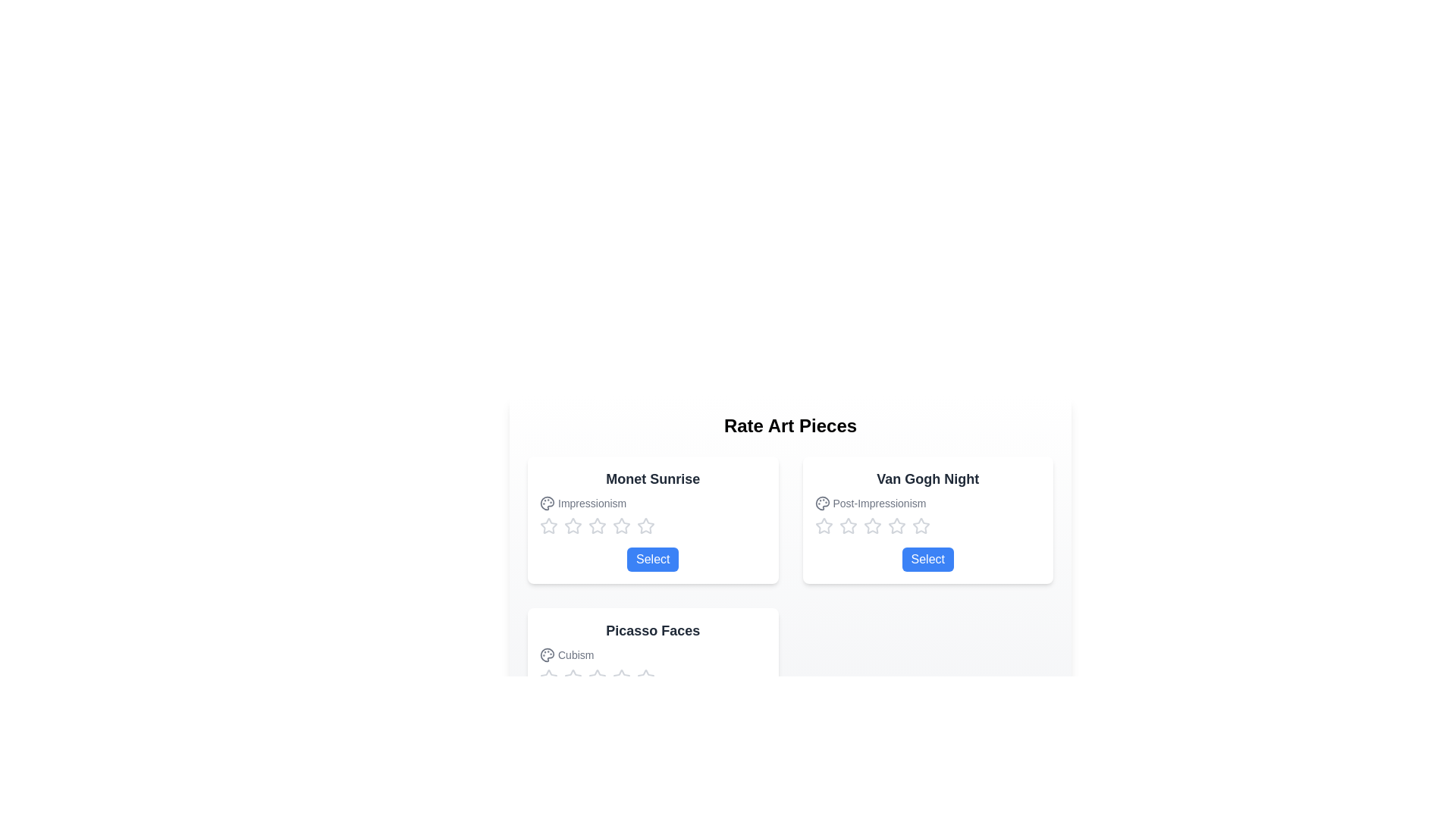 This screenshot has height=819, width=1456. What do you see at coordinates (596, 525) in the screenshot?
I see `the third star icon in the rating row below 'Monet Sunrise'` at bounding box center [596, 525].